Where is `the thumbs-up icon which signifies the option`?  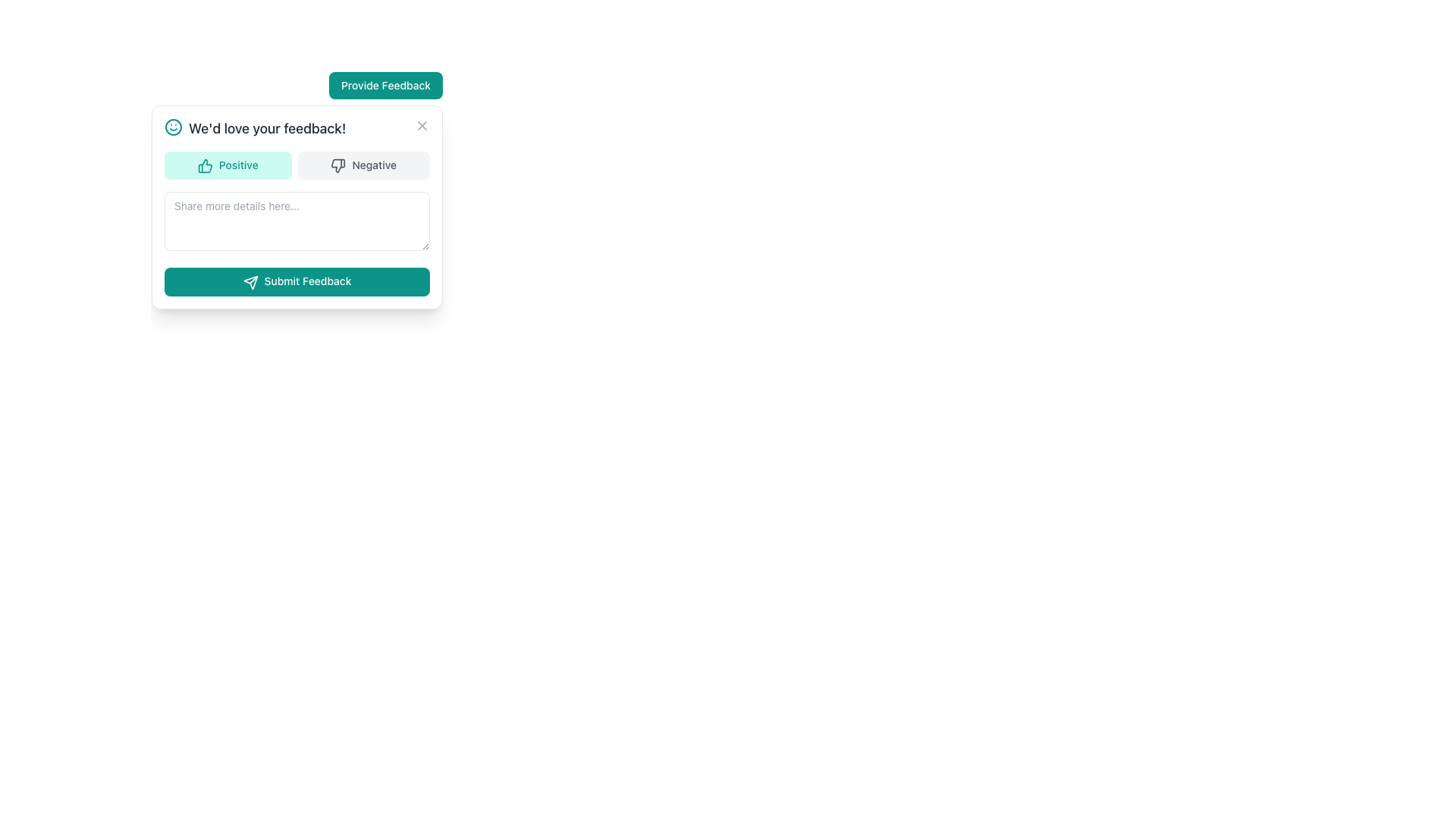
the thumbs-up icon which signifies the option is located at coordinates (204, 166).